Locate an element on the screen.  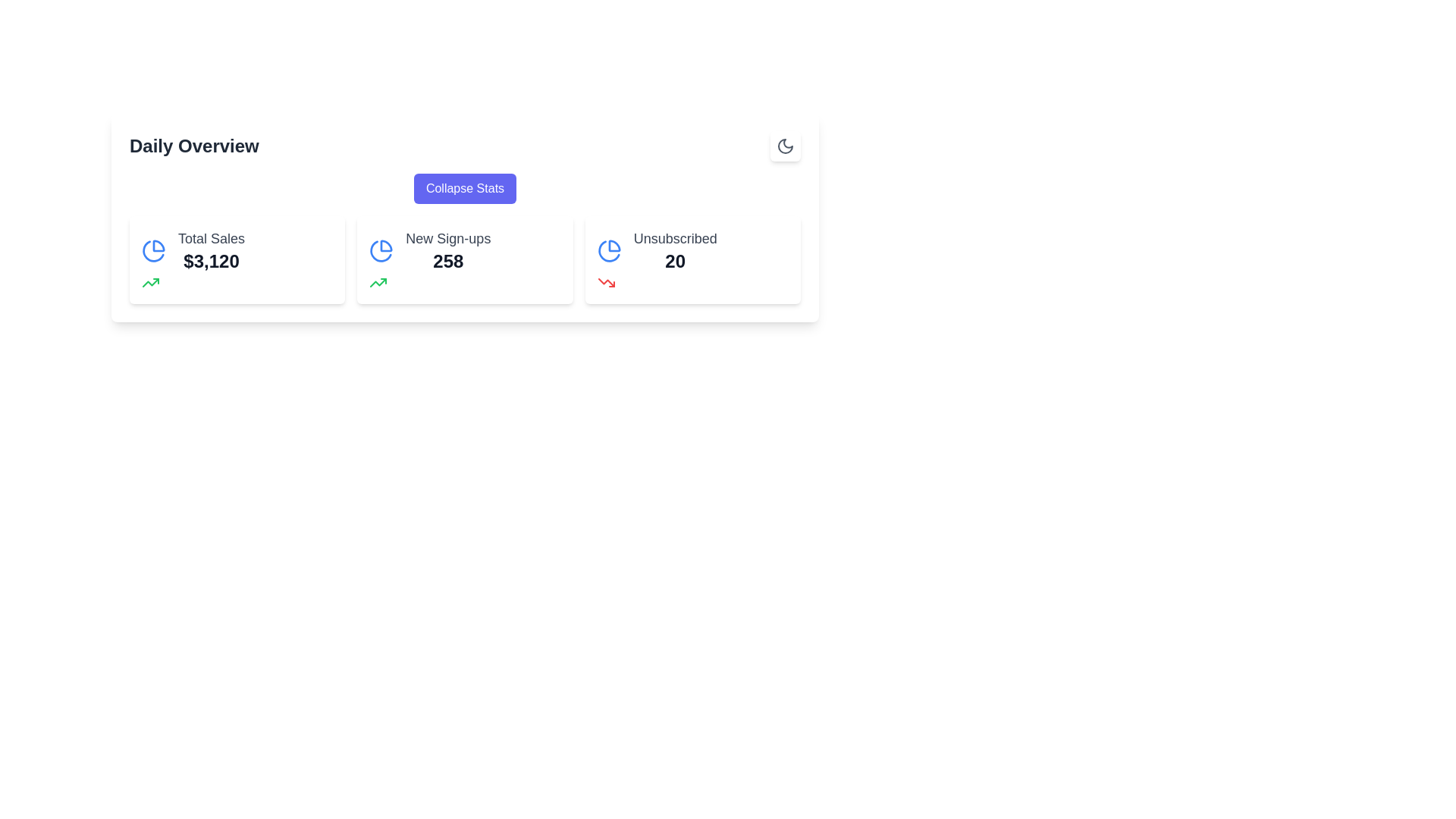
the 'Unsubscribed' users text label, which displays the count of unsubscribed users under the 'Daily Overview' heading is located at coordinates (674, 260).